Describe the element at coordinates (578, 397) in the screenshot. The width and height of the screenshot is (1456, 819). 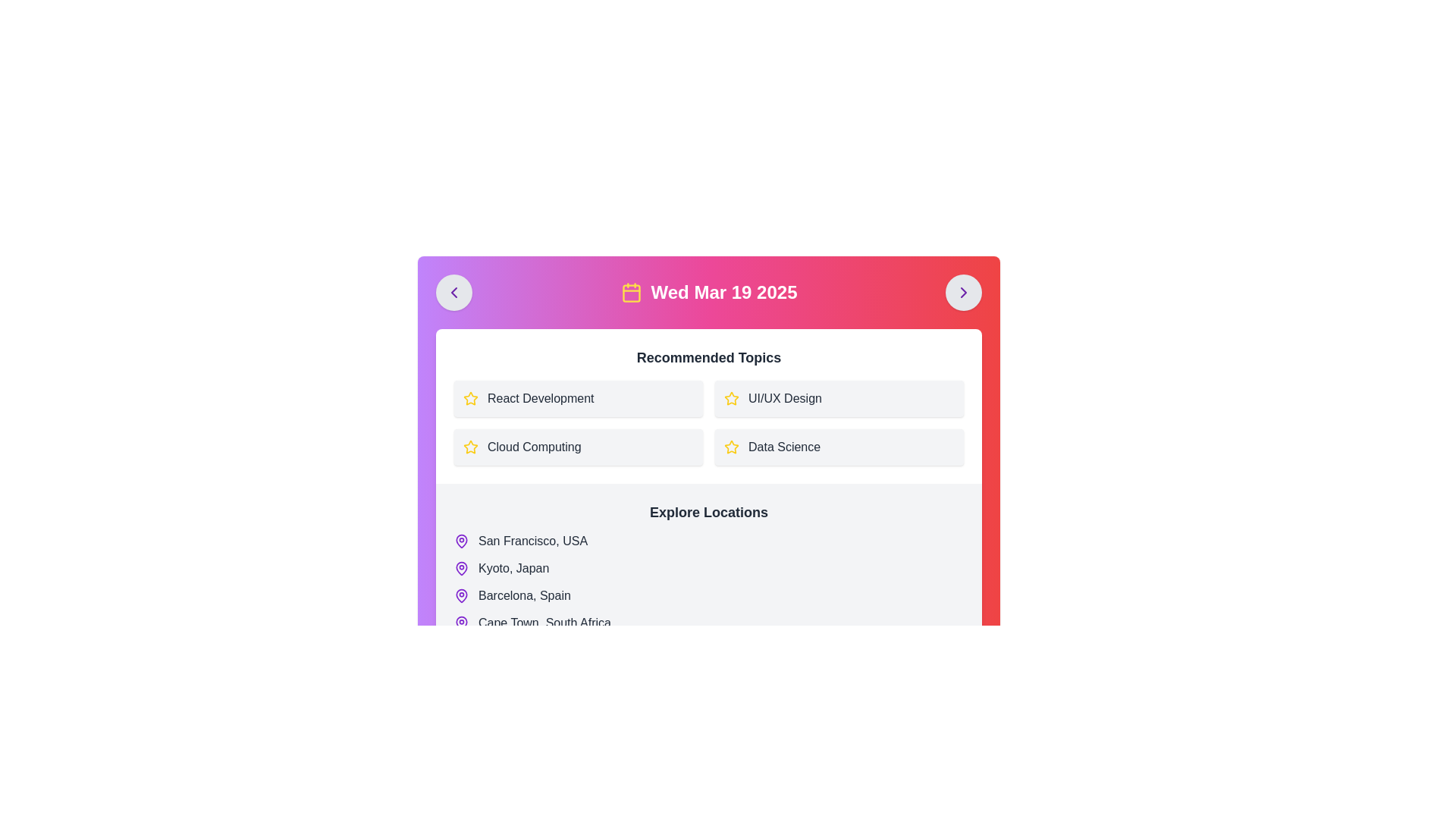
I see `the 'React Development' button located in the top-left quadrant of the 'Recommended Topics' section, which features a yellow star icon and dark gray text` at that location.